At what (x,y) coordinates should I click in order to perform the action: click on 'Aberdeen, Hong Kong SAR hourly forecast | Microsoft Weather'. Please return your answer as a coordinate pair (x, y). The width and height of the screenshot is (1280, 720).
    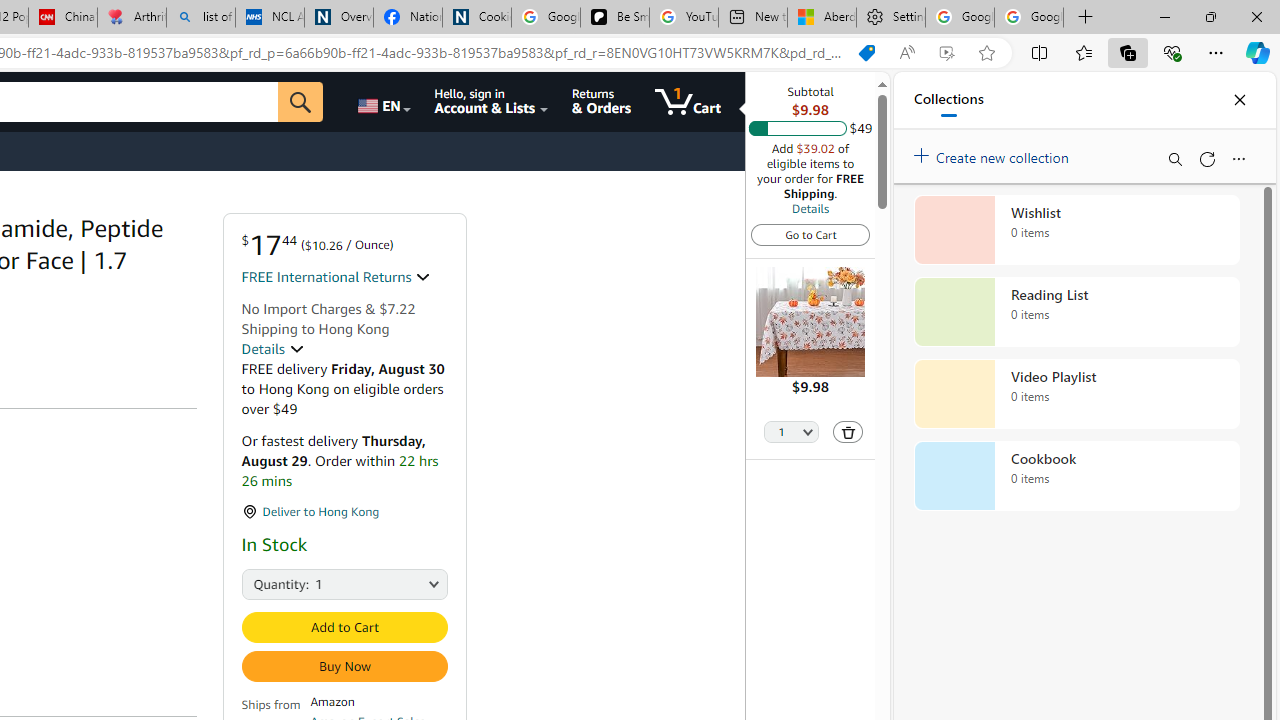
    Looking at the image, I should click on (822, 17).